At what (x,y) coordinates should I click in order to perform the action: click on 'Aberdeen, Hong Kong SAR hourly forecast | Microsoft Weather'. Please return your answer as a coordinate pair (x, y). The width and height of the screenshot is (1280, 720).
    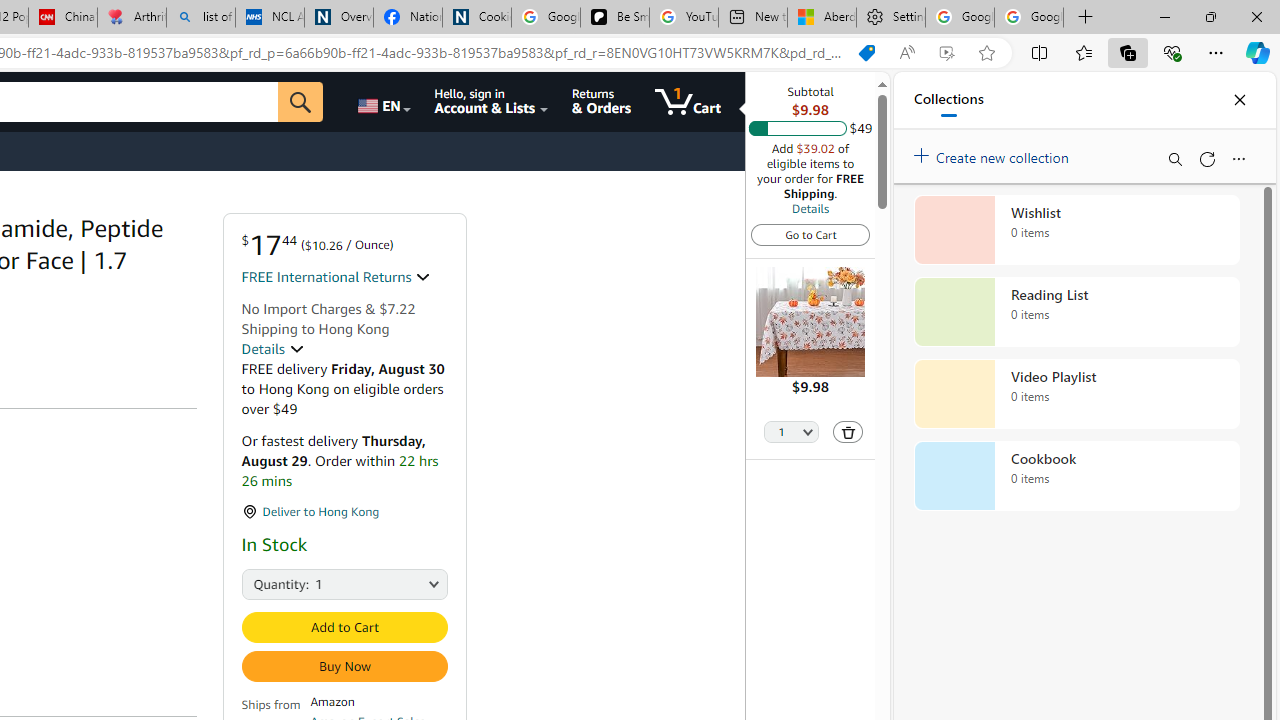
    Looking at the image, I should click on (822, 17).